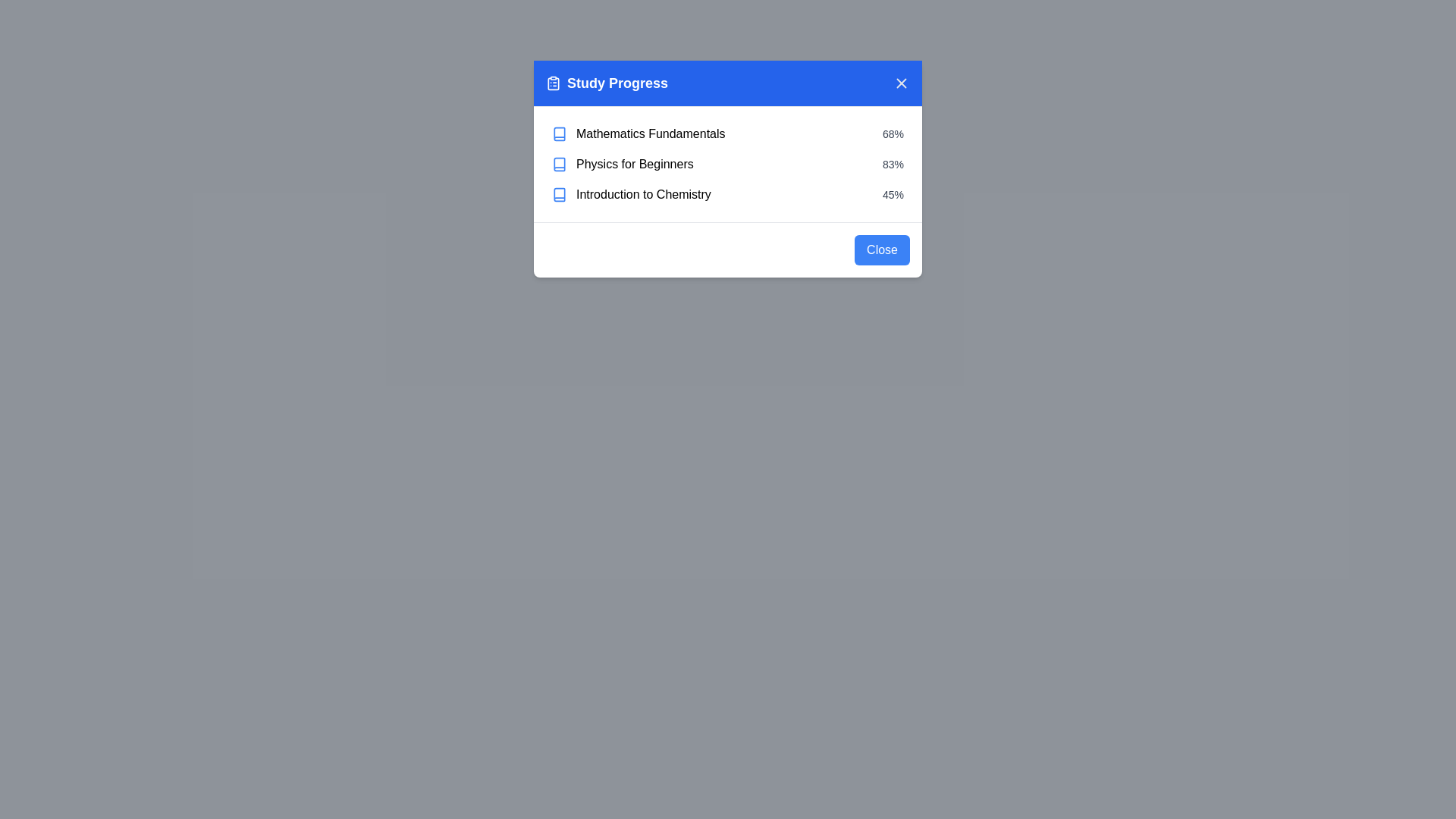 Image resolution: width=1456 pixels, height=819 pixels. I want to click on the icon representing 'study' or 'progress' themes in the 'Study Progress' dialog box, located in the top-left area of the blue header section, so click(559, 133).